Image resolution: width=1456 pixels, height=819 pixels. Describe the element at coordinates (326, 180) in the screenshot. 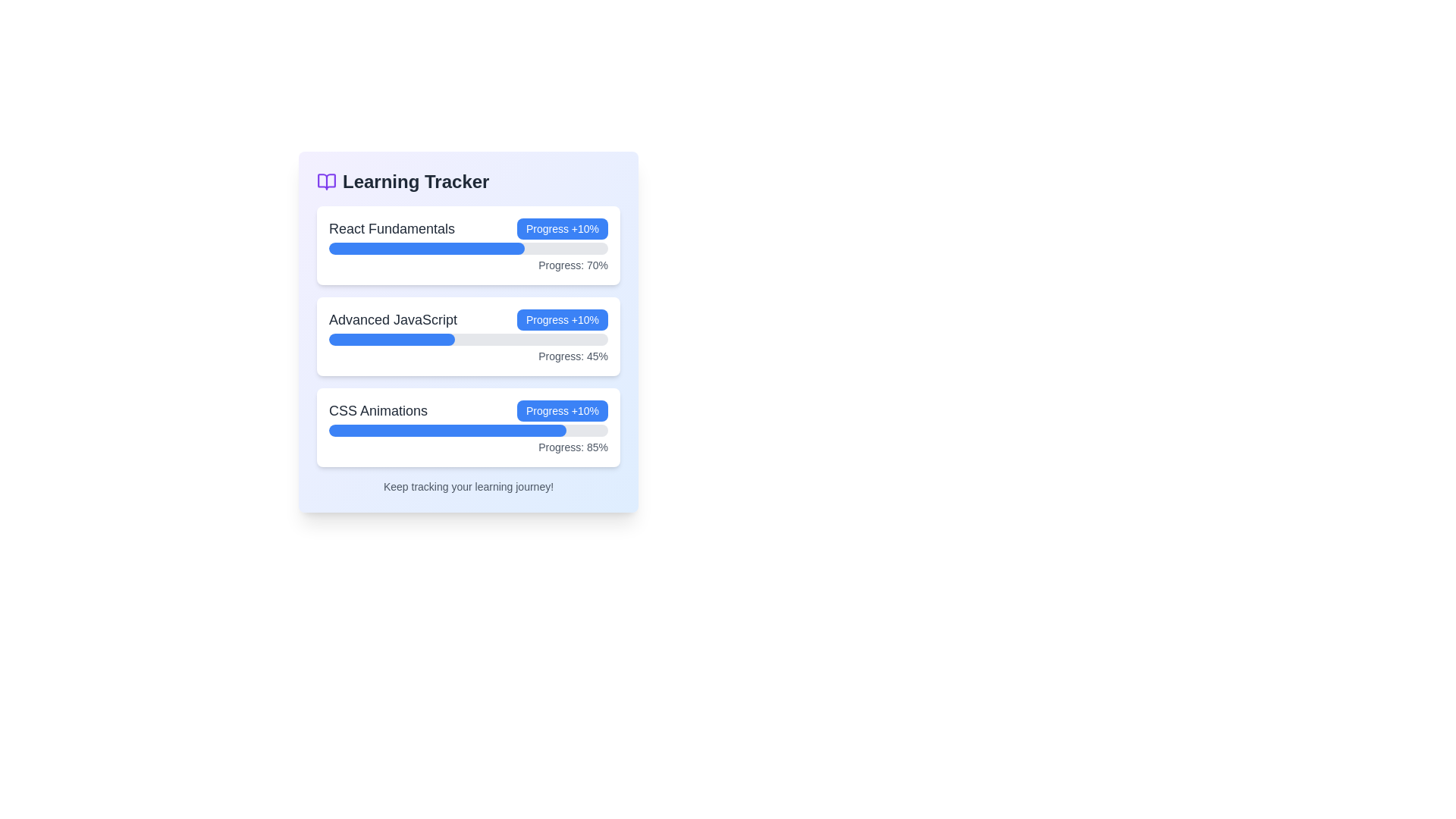

I see `the open book icon in the header of the 'Learning Tracker' widget, which is depicted in a minimalist outline style with a purple hue` at that location.